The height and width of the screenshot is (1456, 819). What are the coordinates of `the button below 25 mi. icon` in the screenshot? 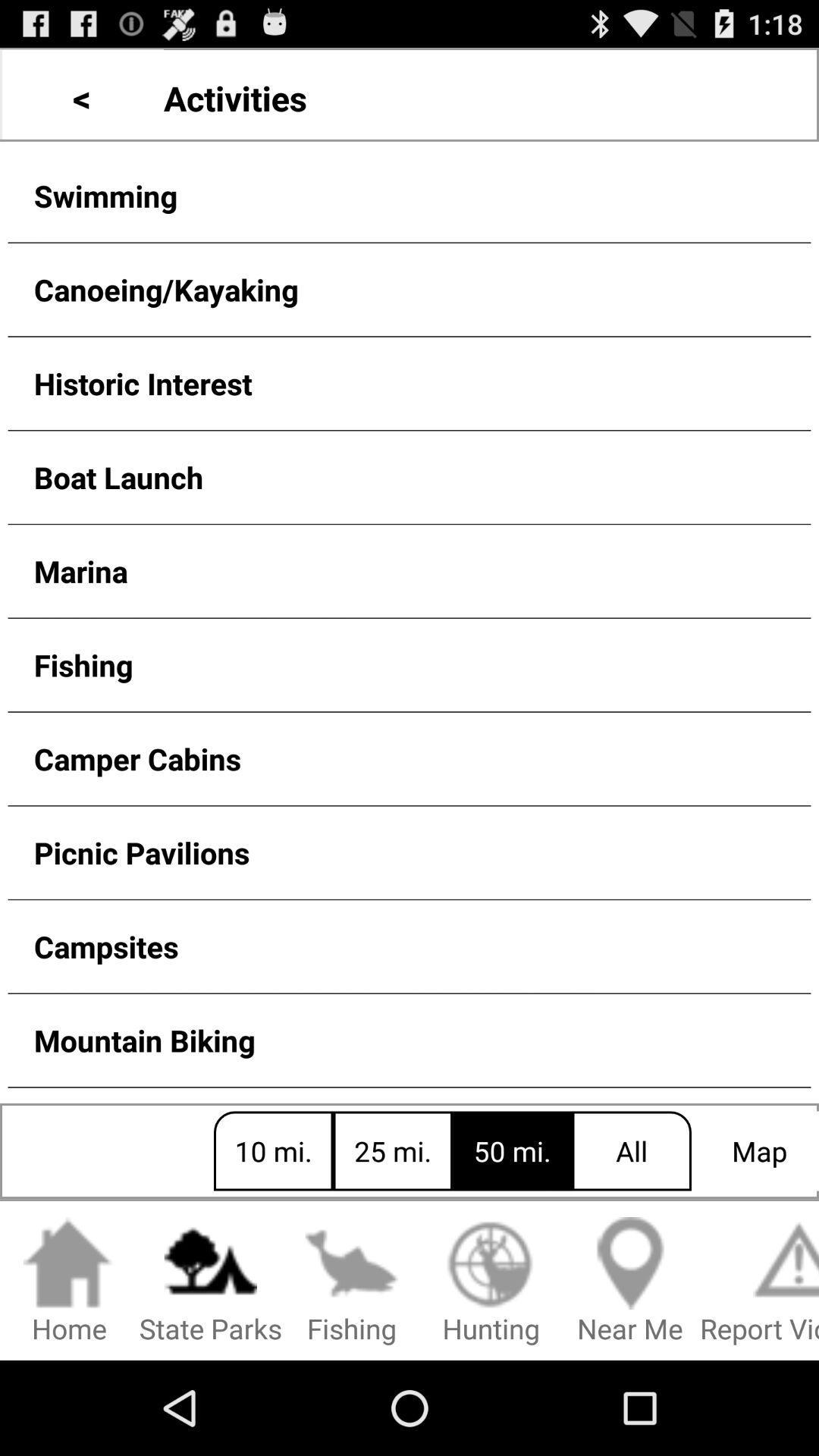 It's located at (491, 1281).